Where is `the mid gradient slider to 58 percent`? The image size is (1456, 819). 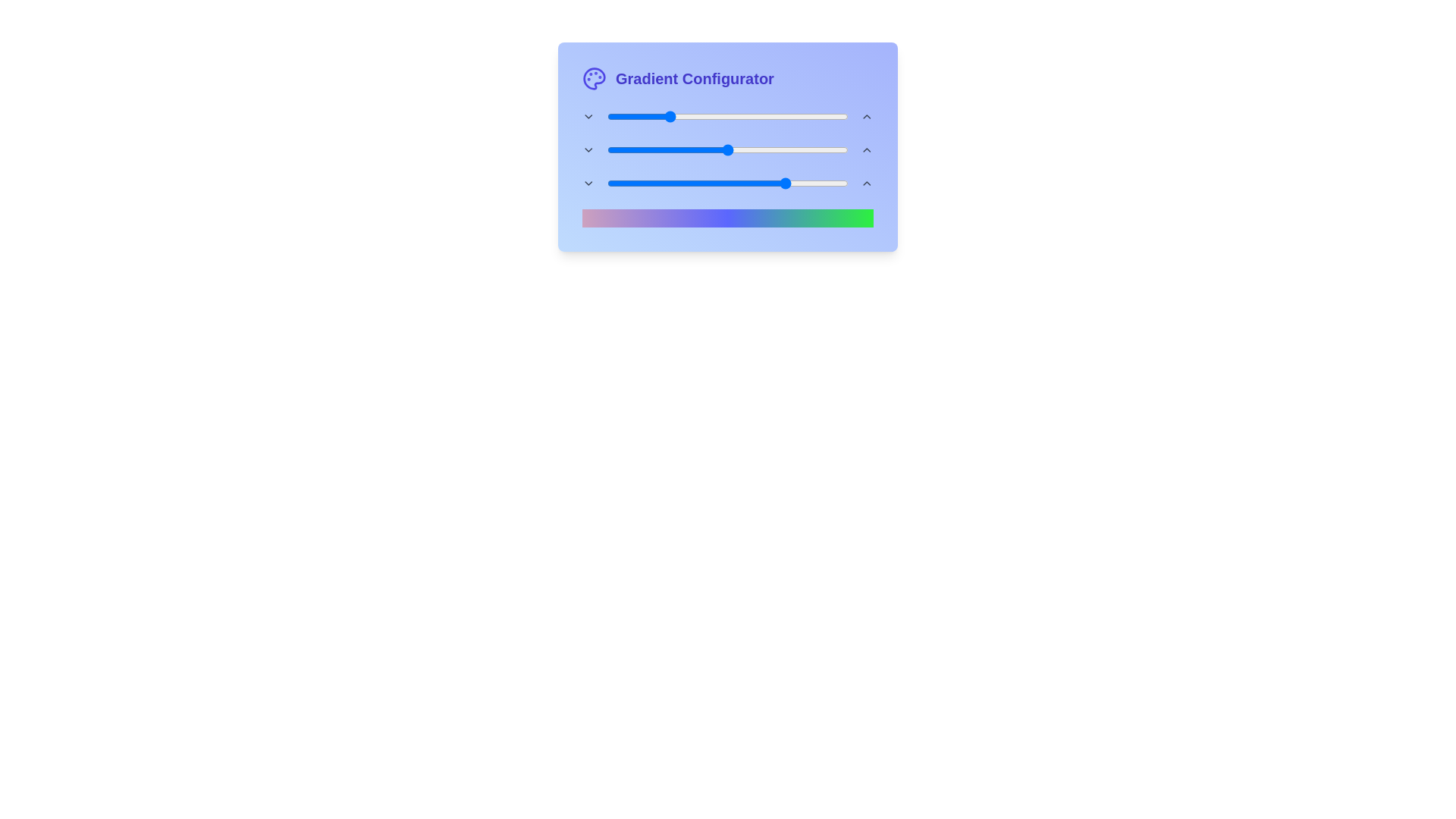
the mid gradient slider to 58 percent is located at coordinates (747, 149).